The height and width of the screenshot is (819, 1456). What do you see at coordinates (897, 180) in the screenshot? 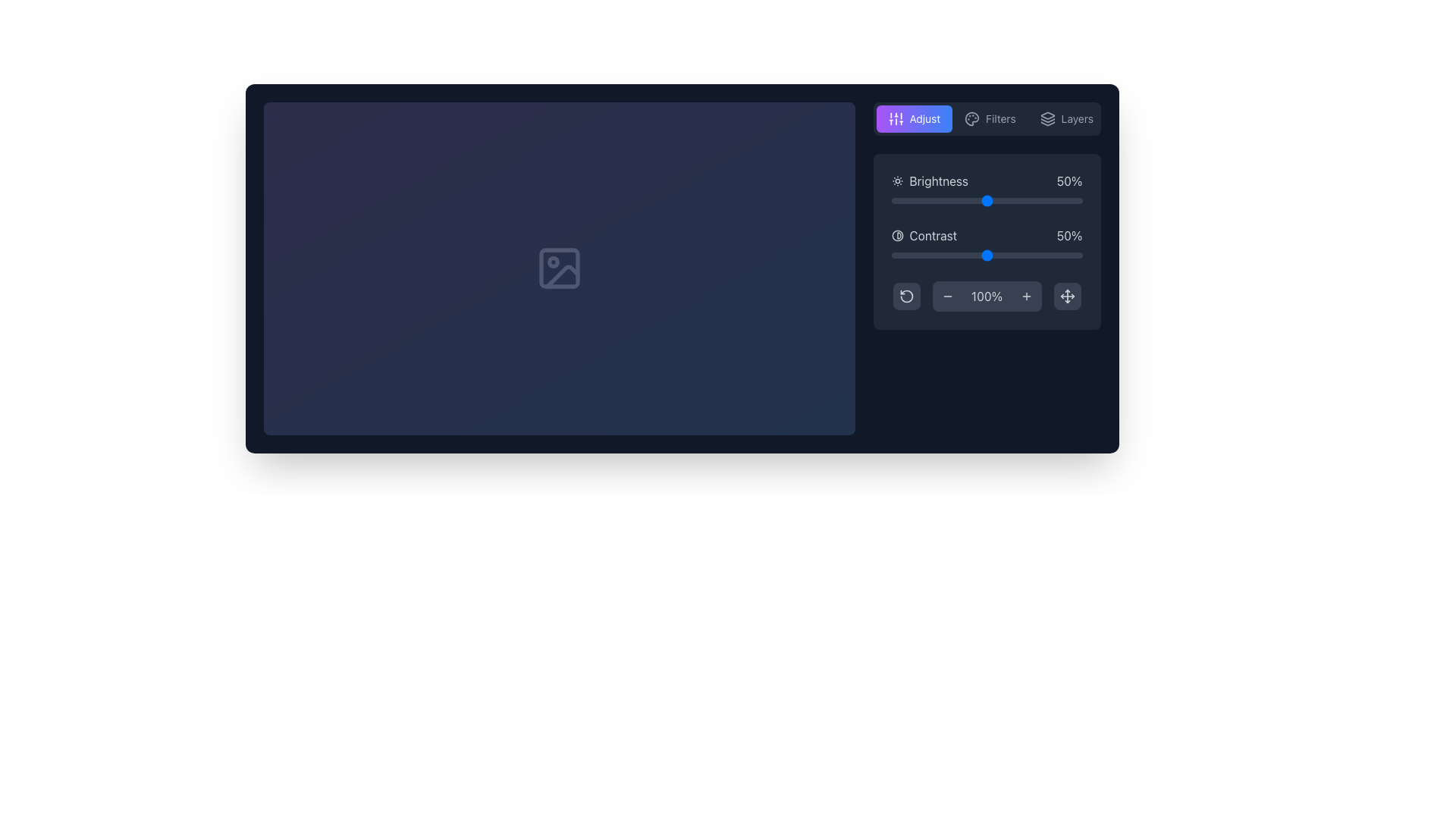
I see `the brightness control icon, which is located within a control panel on the right side of the interface, specifically to the left of the 'Brightness' label` at bounding box center [897, 180].